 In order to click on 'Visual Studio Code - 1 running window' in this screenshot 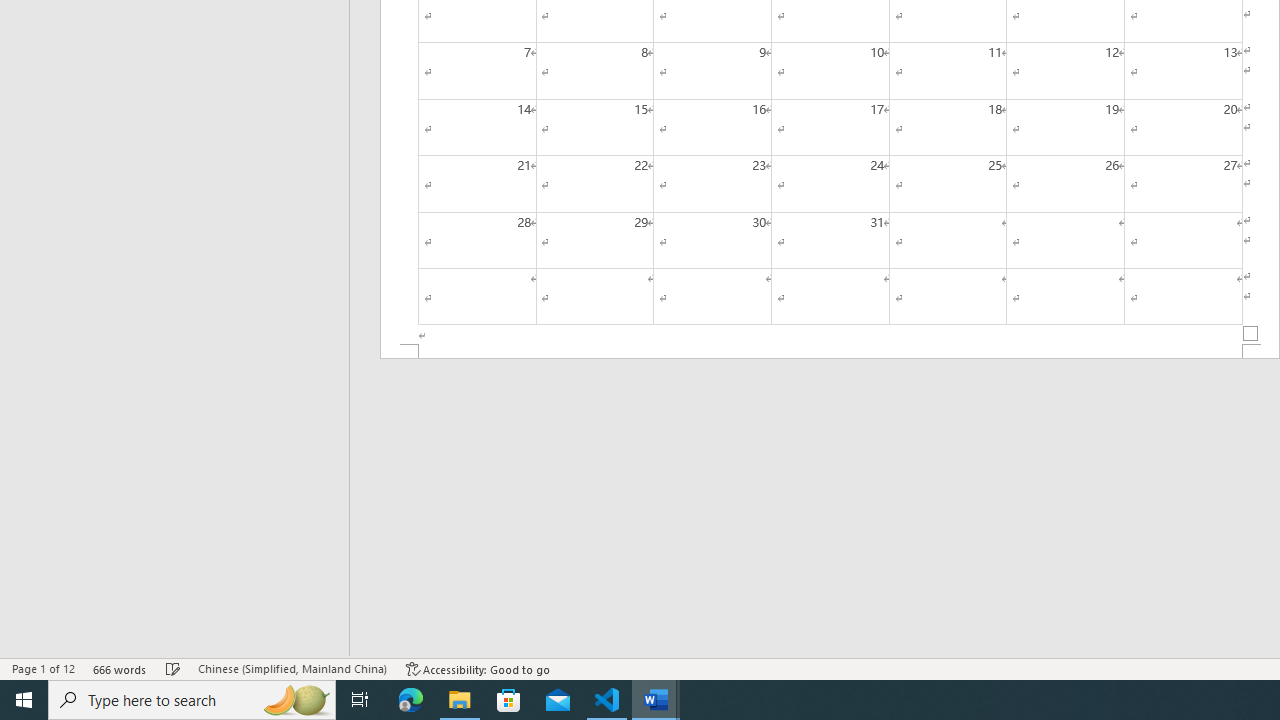, I will do `click(606, 698)`.